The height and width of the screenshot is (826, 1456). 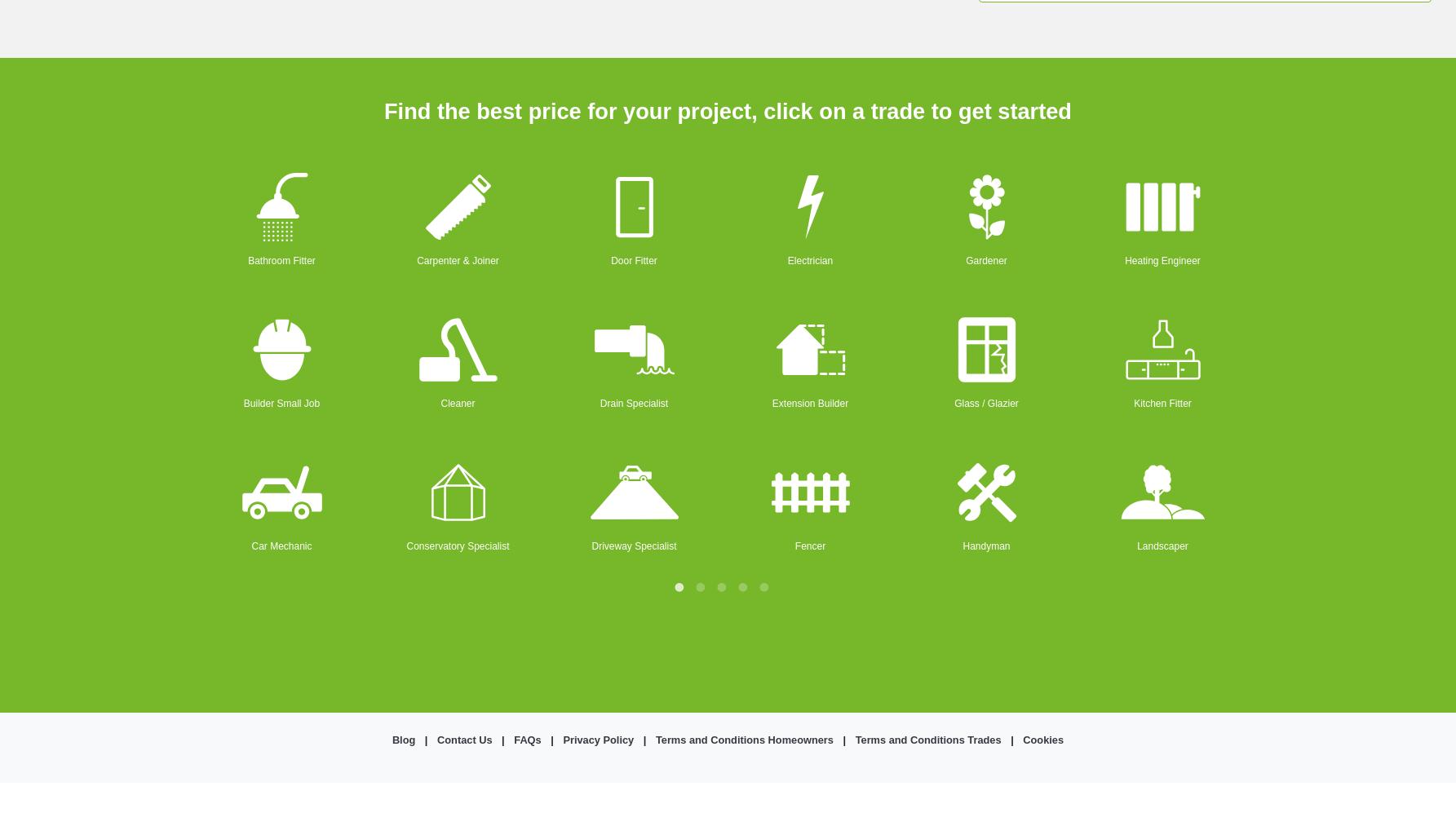 What do you see at coordinates (1338, 259) in the screenshot?
I see `'Locksmith'` at bounding box center [1338, 259].